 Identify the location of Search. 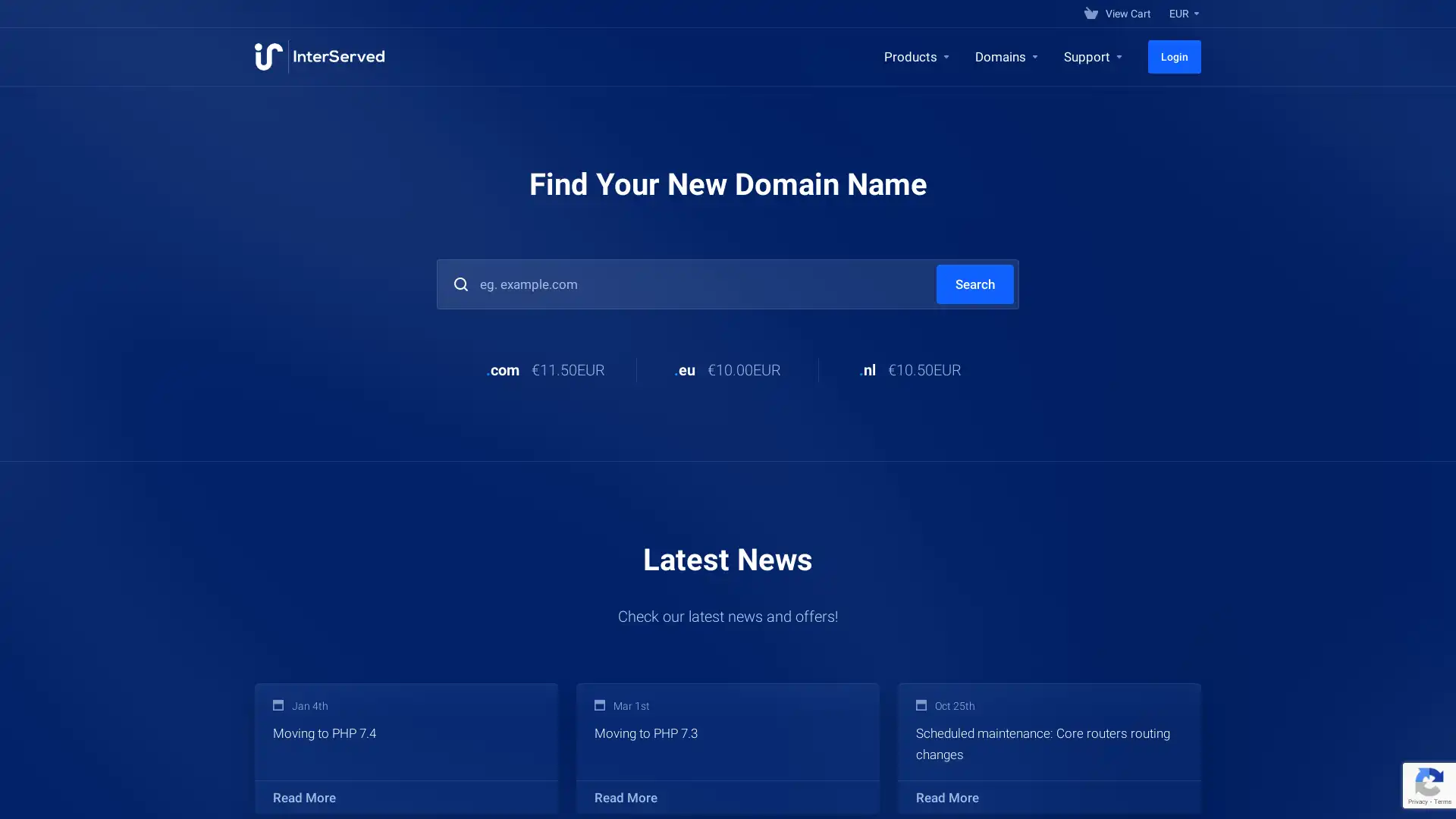
(975, 284).